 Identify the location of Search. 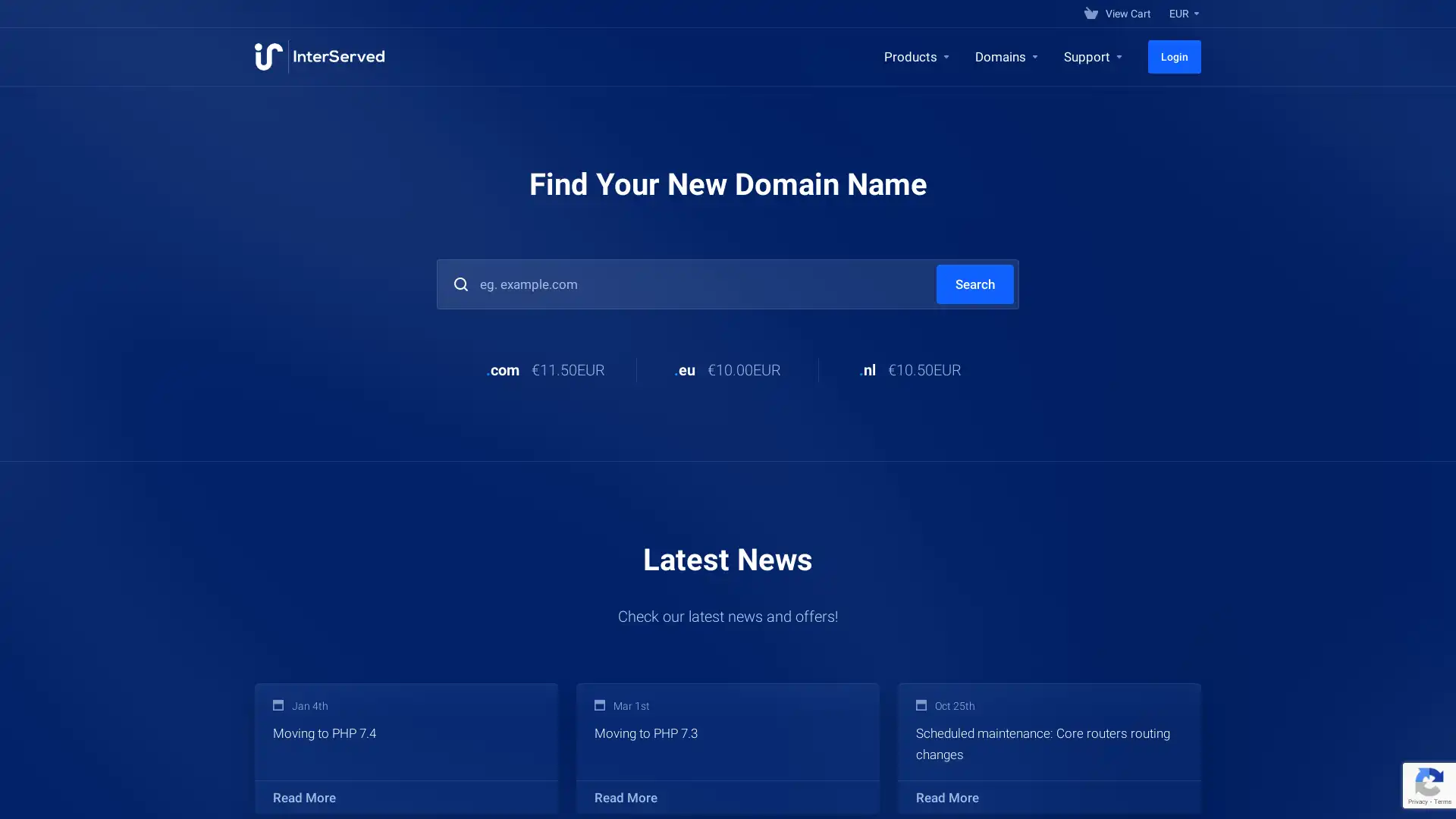
(975, 284).